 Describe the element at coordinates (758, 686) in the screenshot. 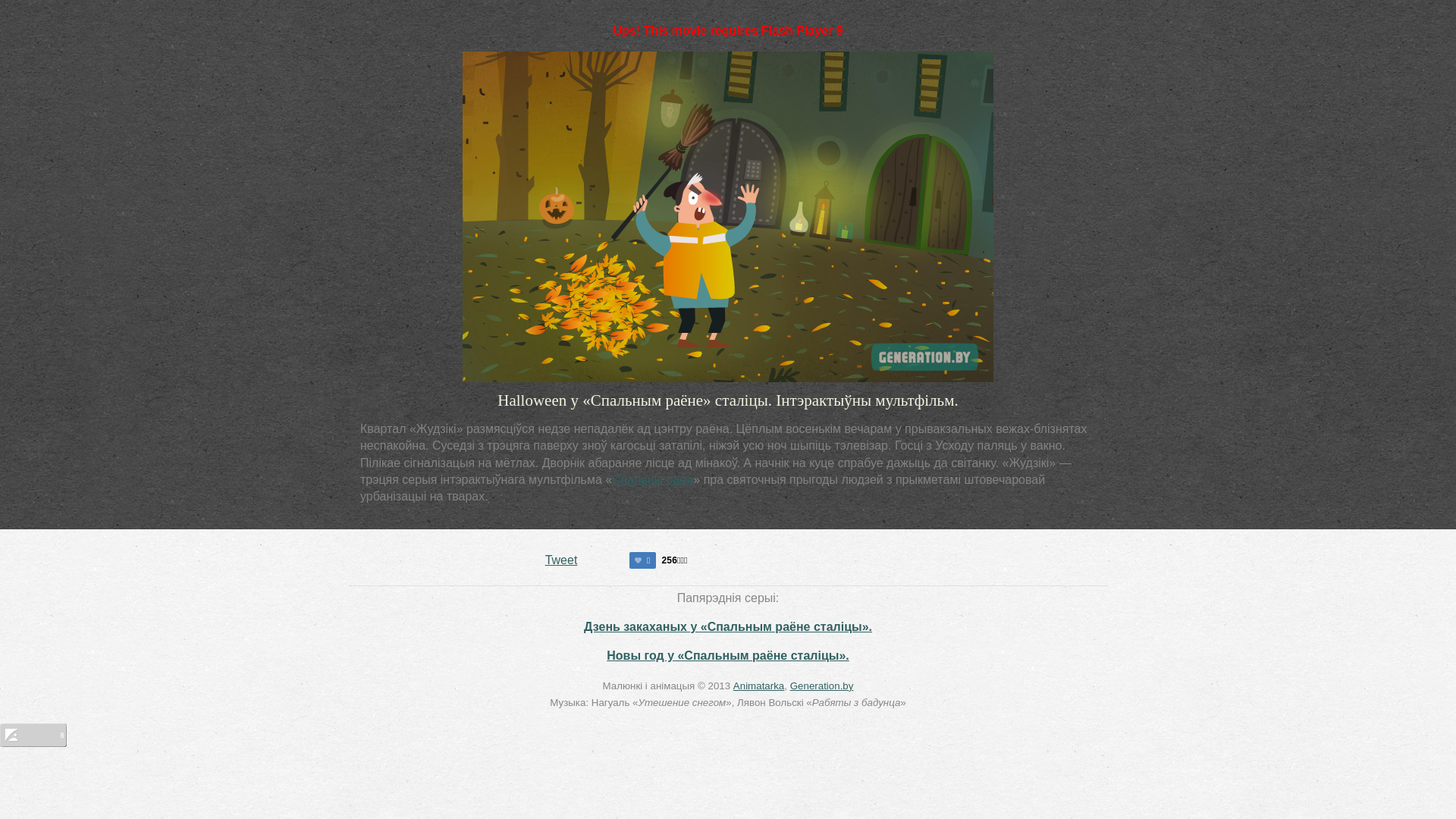

I see `'Animatarka'` at that location.